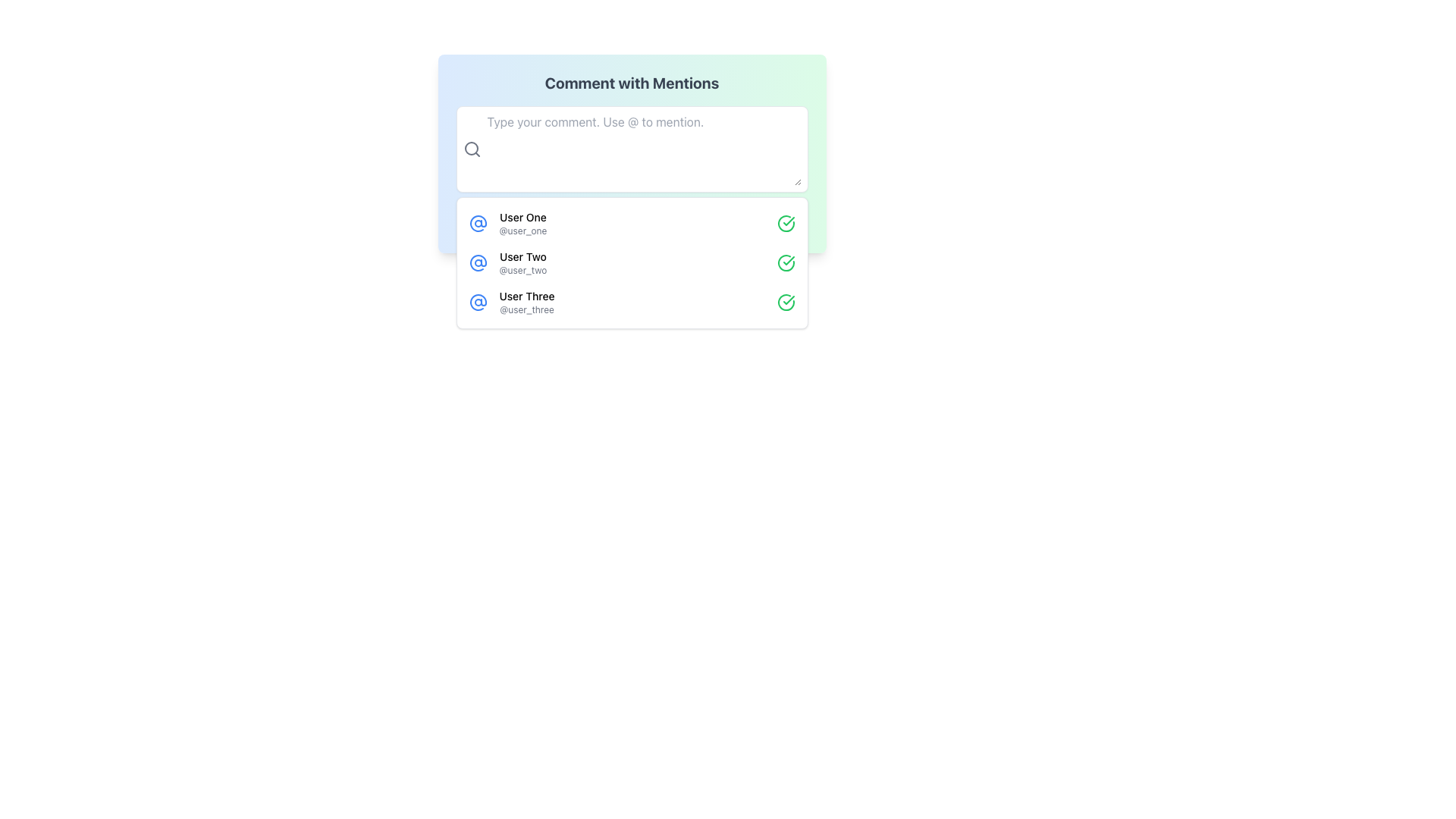 The width and height of the screenshot is (1456, 819). Describe the element at coordinates (527, 309) in the screenshot. I see `the text label displaying '@user_three', which is styled with a smaller font size and gray color, part of a user list under the user name 'User Three'` at that location.